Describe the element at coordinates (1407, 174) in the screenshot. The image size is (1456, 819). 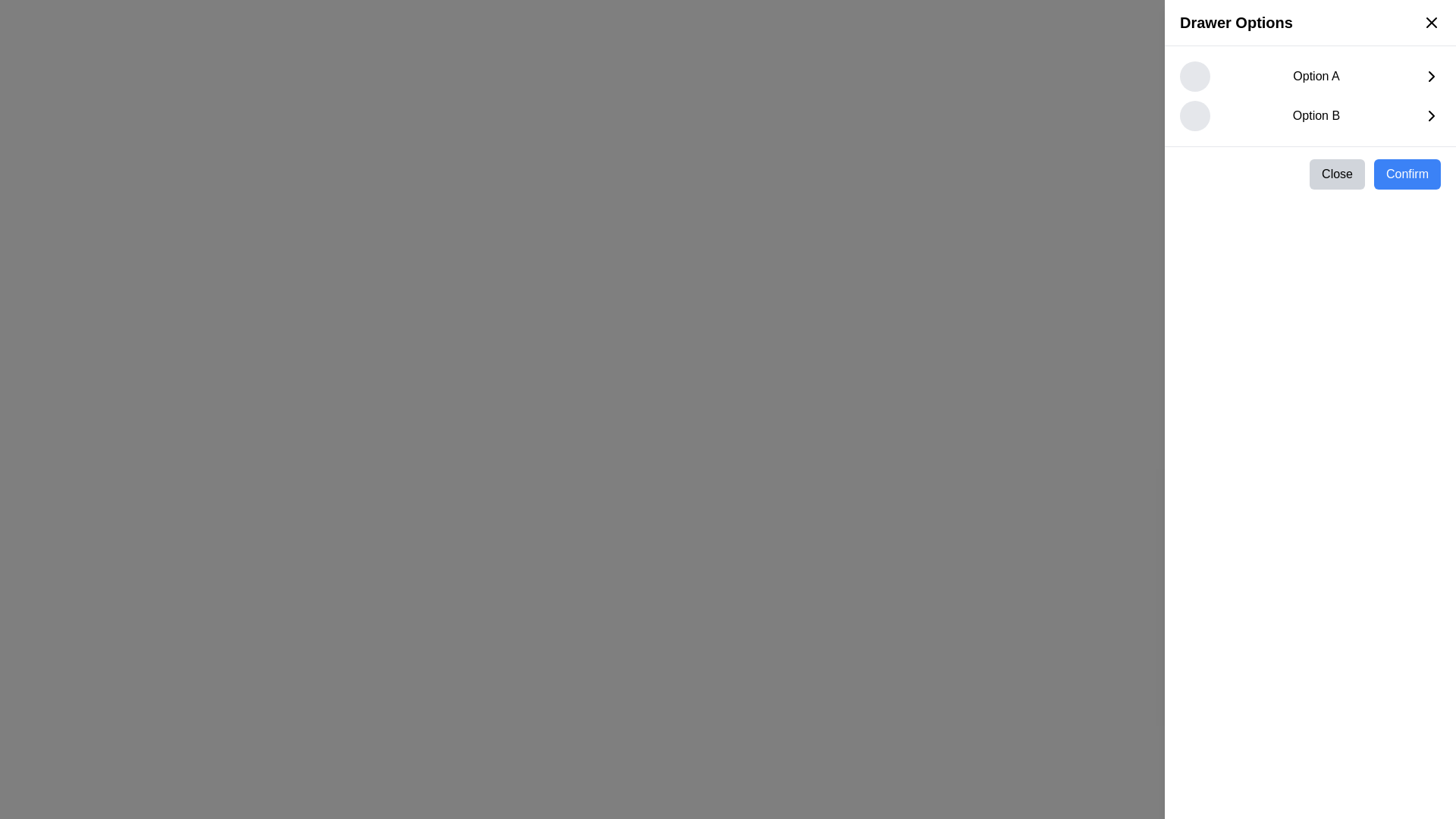
I see `the confirmation button located to the right of the 'Close' button in the bottom-right corner of the vertical drawer layout to observe the hover state change` at that location.